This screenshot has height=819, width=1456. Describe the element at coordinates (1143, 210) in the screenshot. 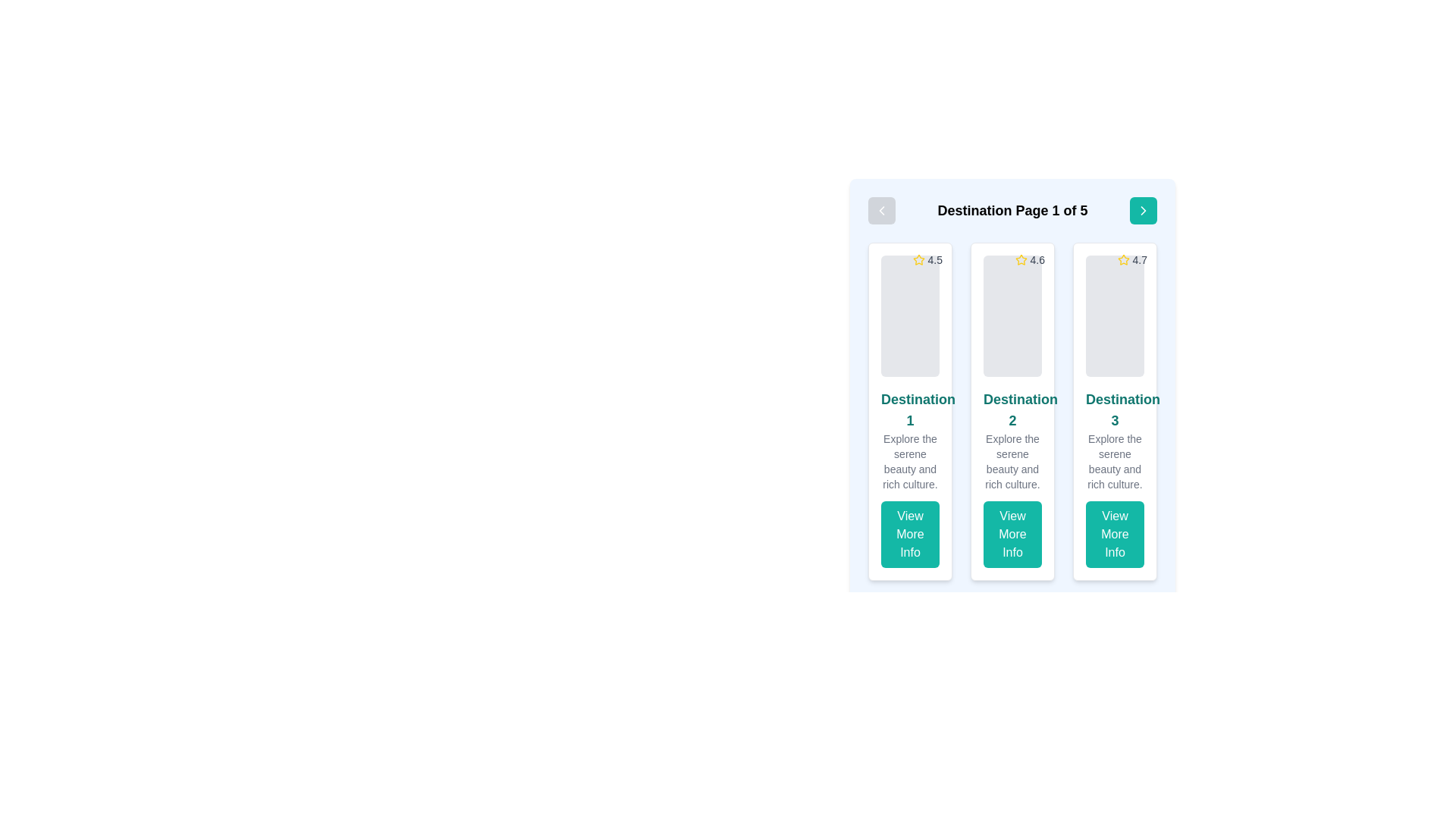

I see `the teal button with white text and a right-pointing chevron icon` at that location.